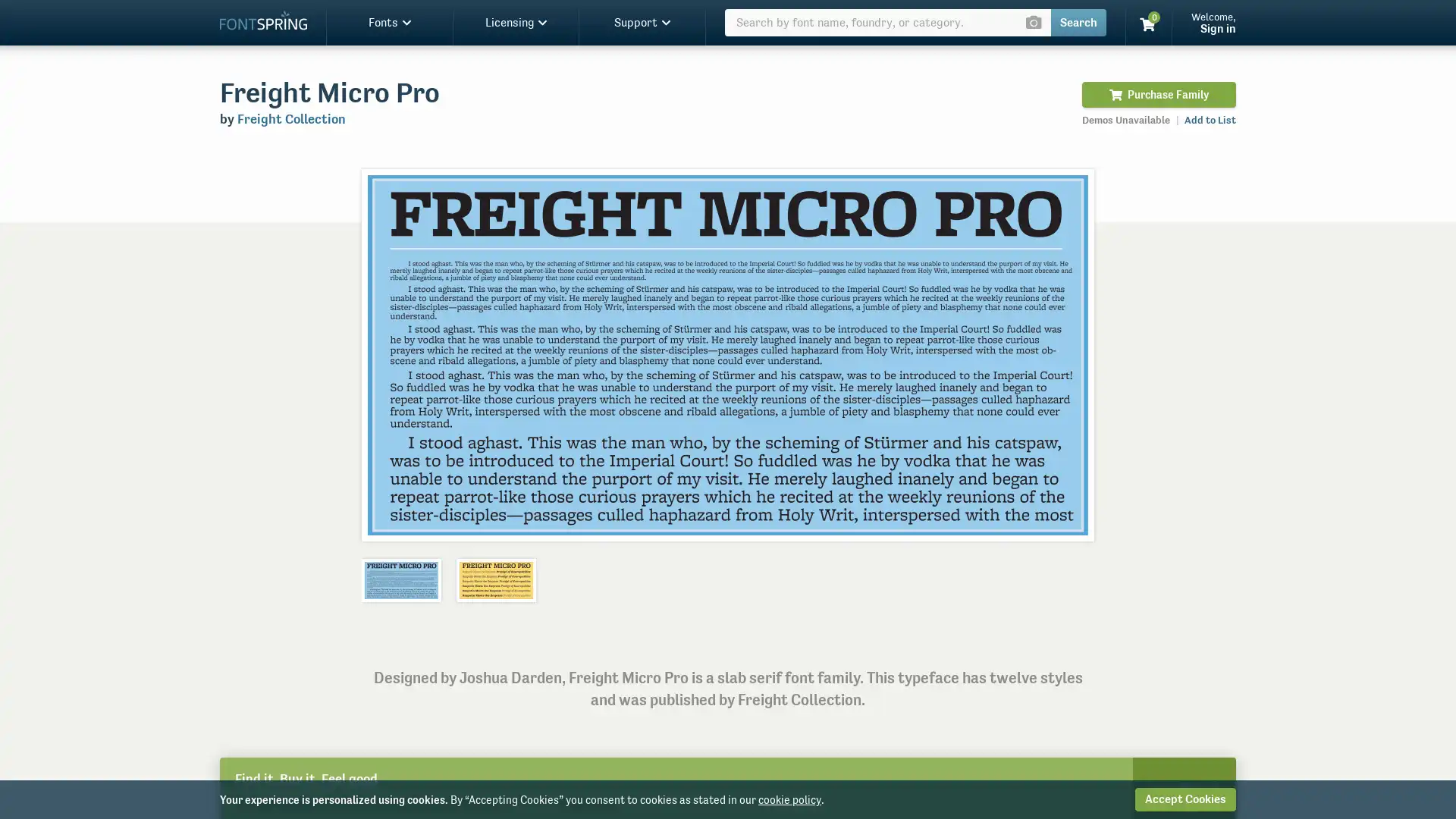  Describe the element at coordinates (1078, 23) in the screenshot. I see `Search` at that location.